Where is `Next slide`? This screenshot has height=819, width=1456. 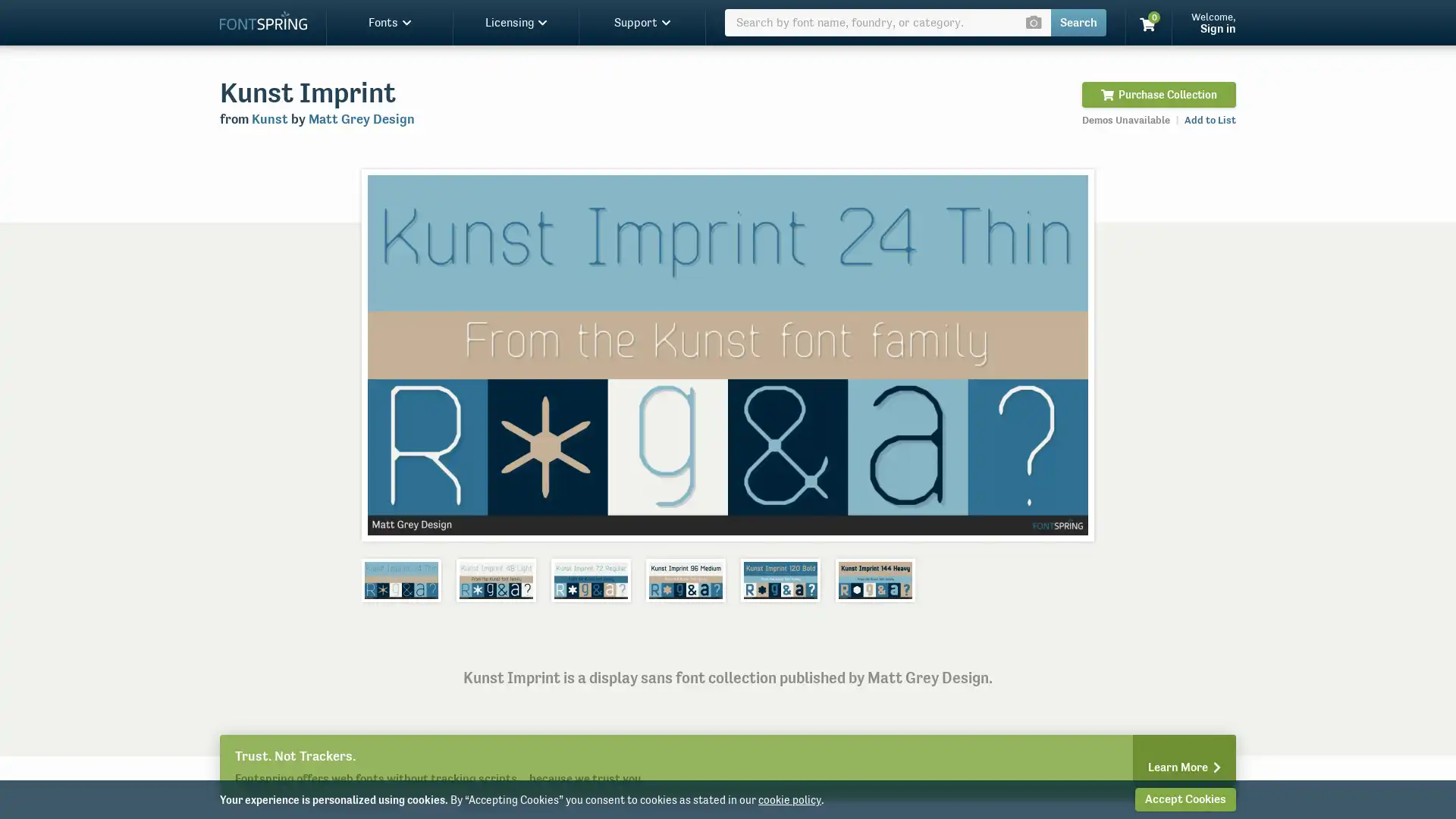 Next slide is located at coordinates (1065, 354).